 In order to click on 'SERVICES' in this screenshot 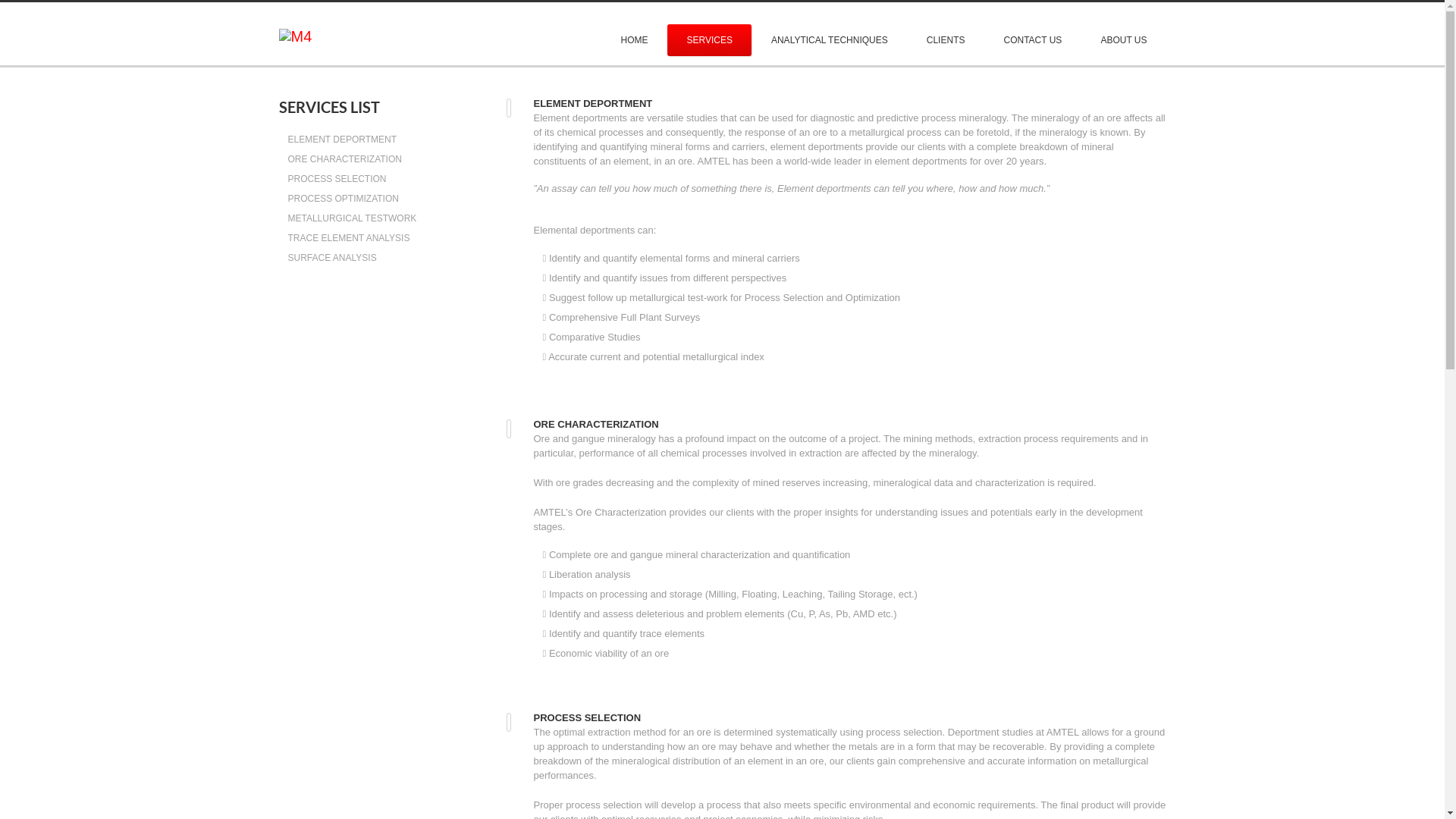, I will do `click(708, 39)`.